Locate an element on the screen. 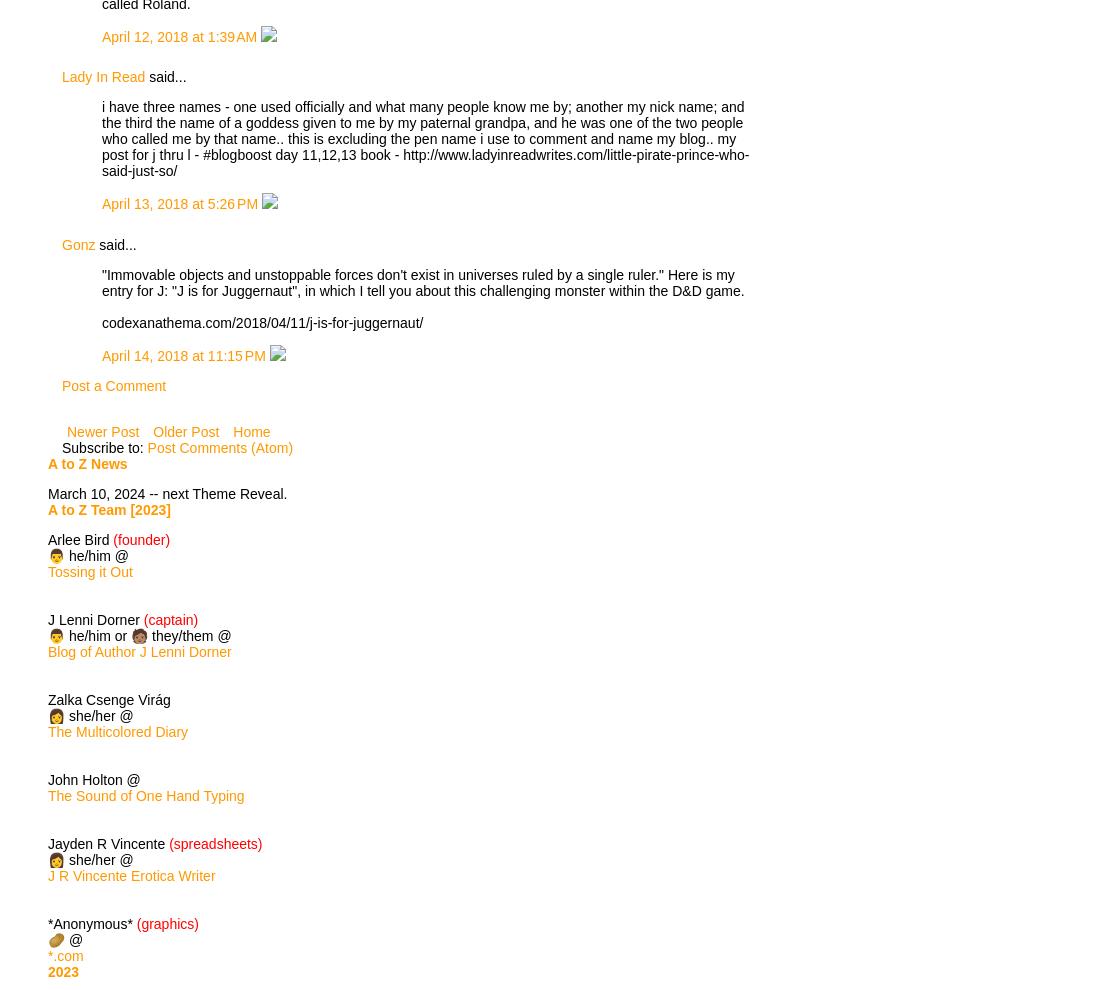  '(spreadsheets)' is located at coordinates (214, 843).